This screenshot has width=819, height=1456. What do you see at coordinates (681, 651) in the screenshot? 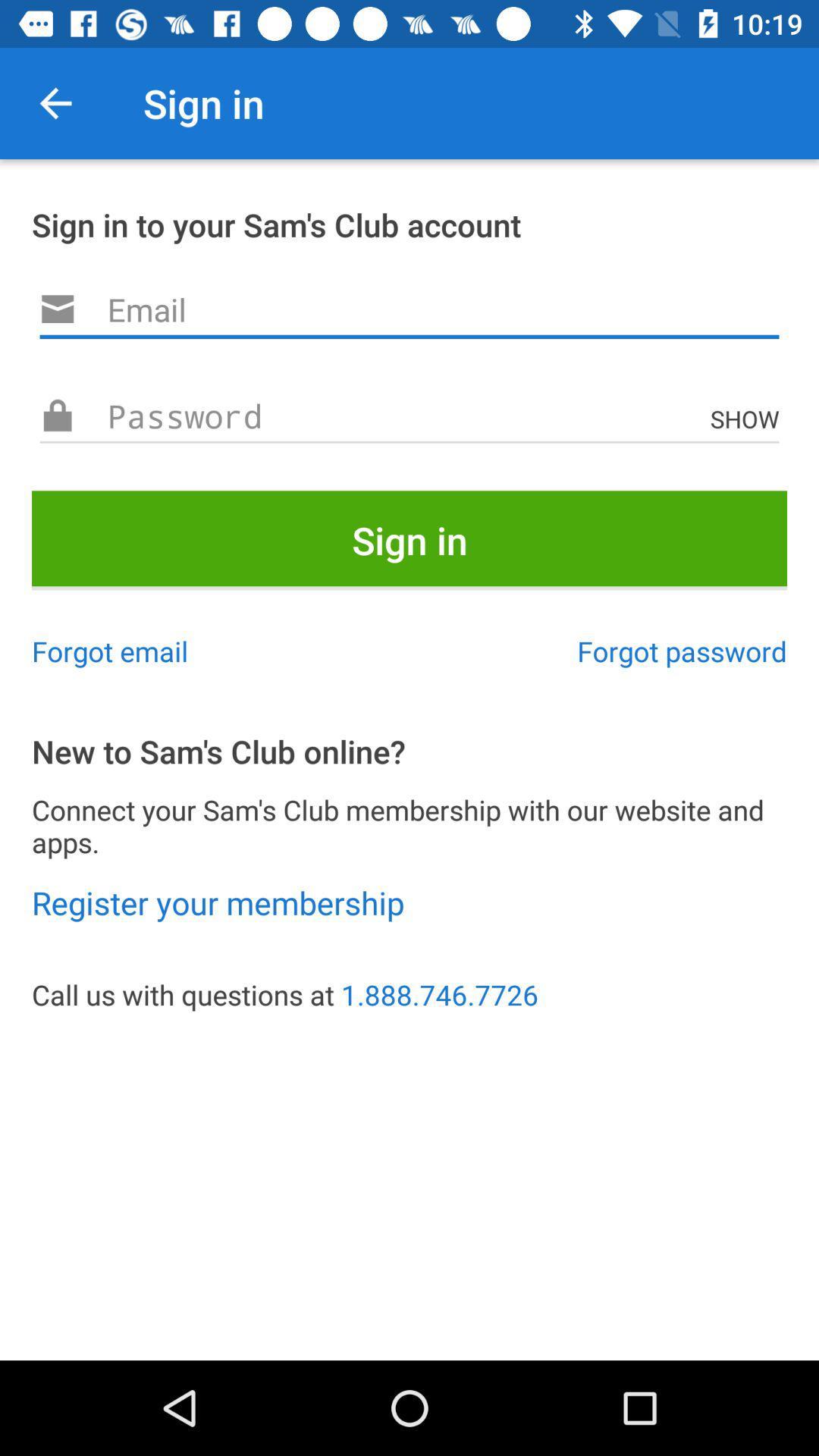
I see `icon below sign in icon` at bounding box center [681, 651].